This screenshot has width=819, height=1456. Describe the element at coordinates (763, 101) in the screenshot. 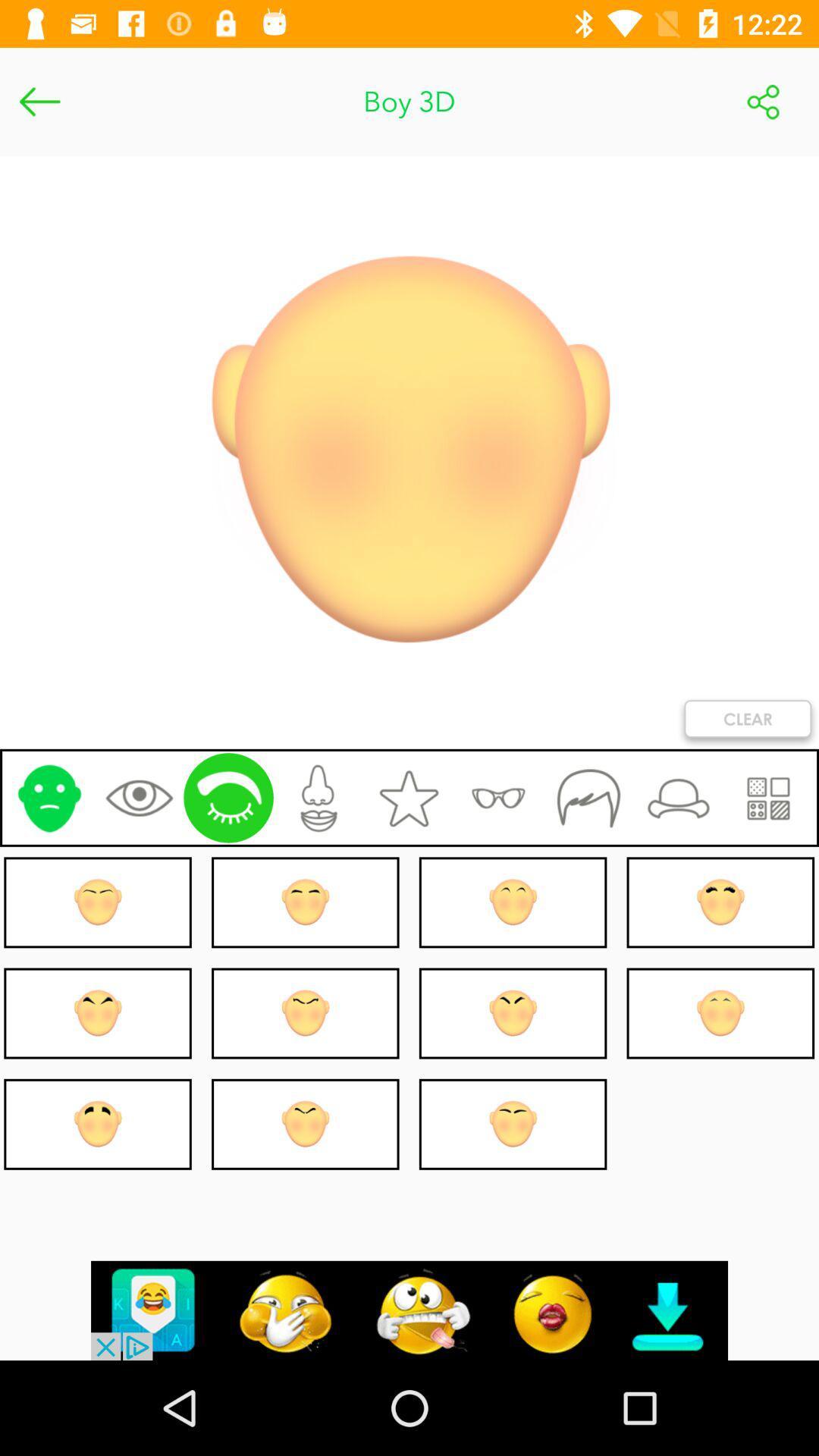

I see `share the article` at that location.